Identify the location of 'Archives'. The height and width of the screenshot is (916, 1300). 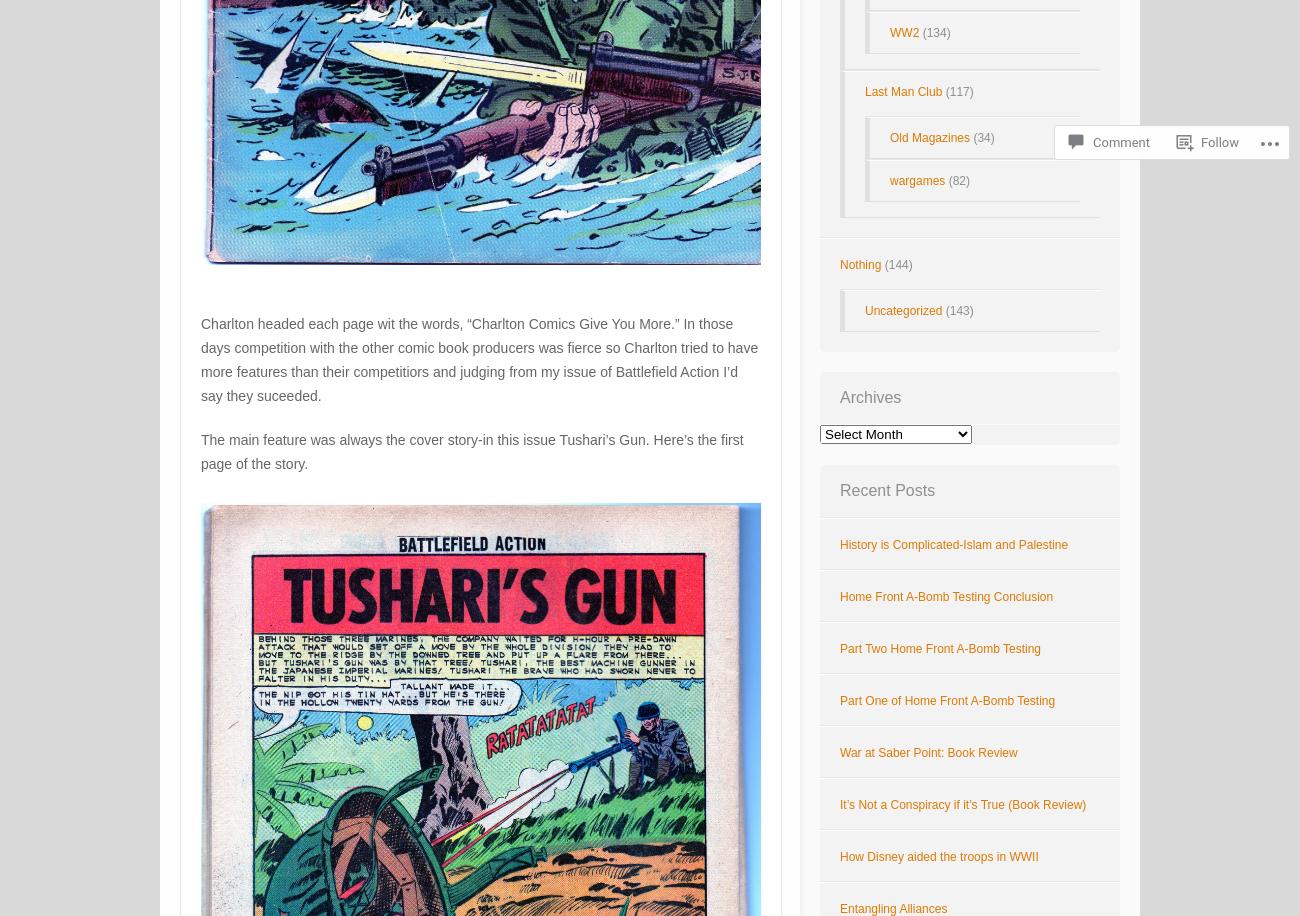
(869, 397).